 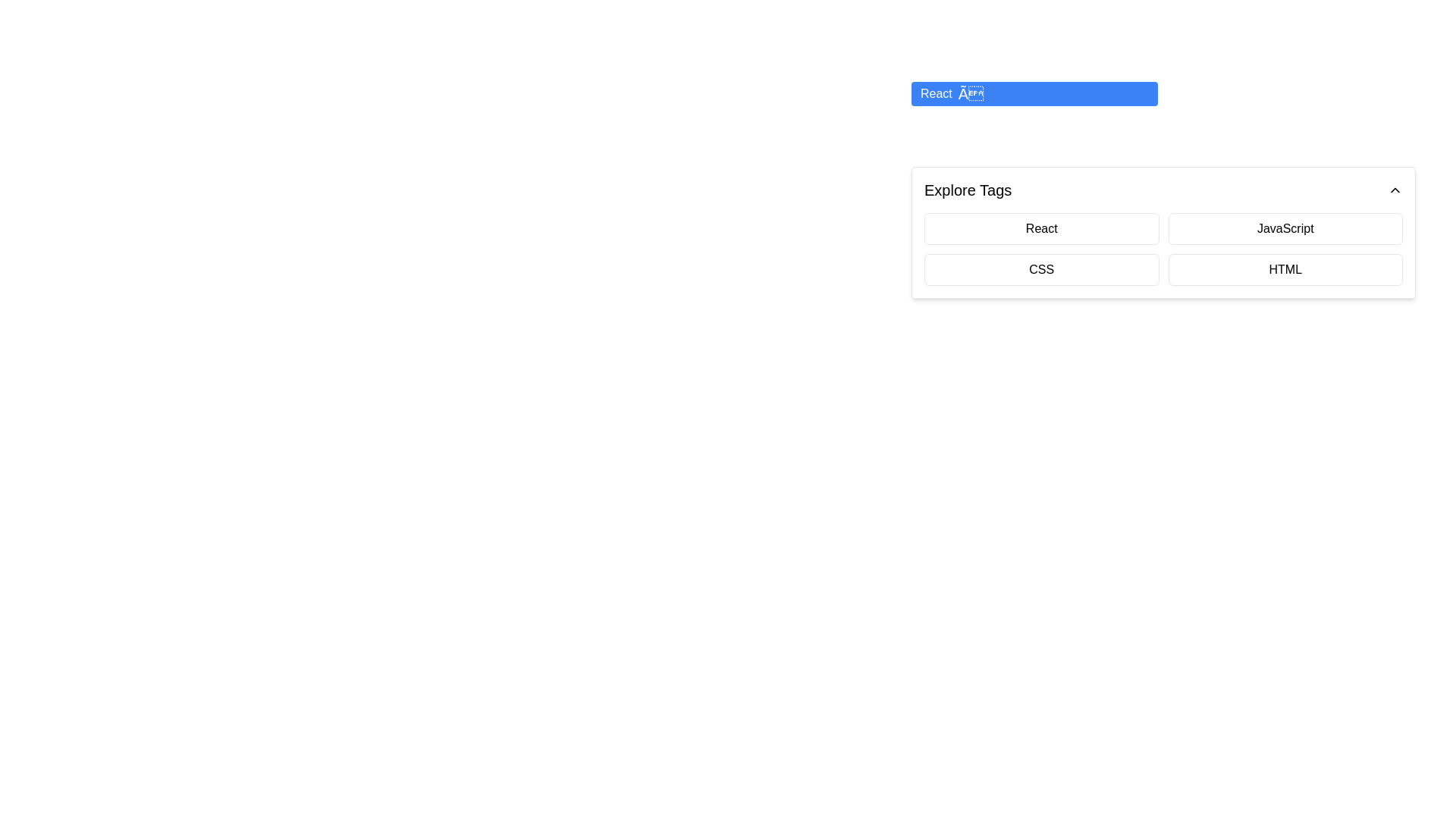 I want to click on the close icon button displaying '×', so click(x=971, y=93).